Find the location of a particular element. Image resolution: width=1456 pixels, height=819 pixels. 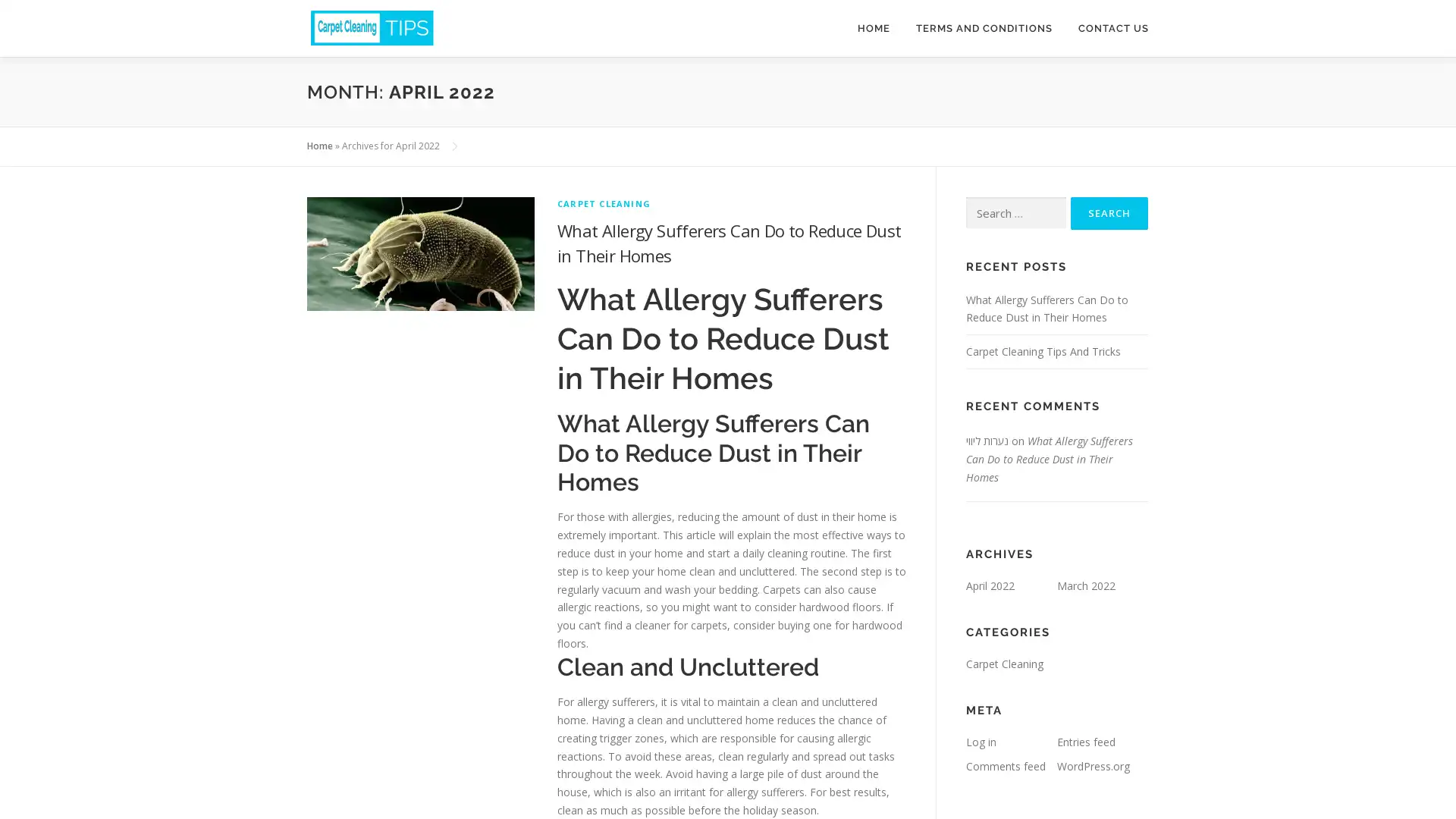

Search is located at coordinates (1109, 212).